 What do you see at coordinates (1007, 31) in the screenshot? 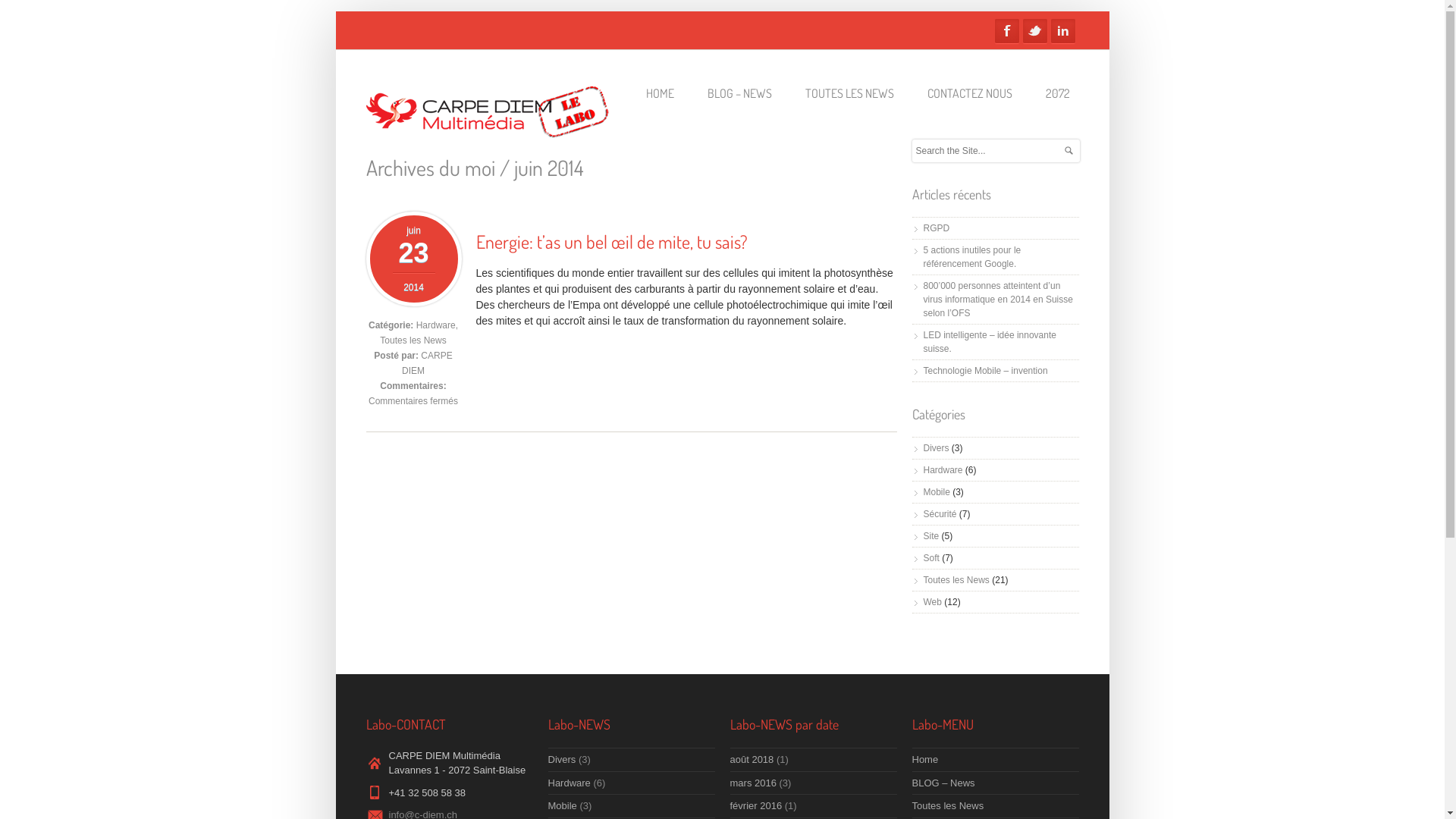
I see `'Facebook'` at bounding box center [1007, 31].